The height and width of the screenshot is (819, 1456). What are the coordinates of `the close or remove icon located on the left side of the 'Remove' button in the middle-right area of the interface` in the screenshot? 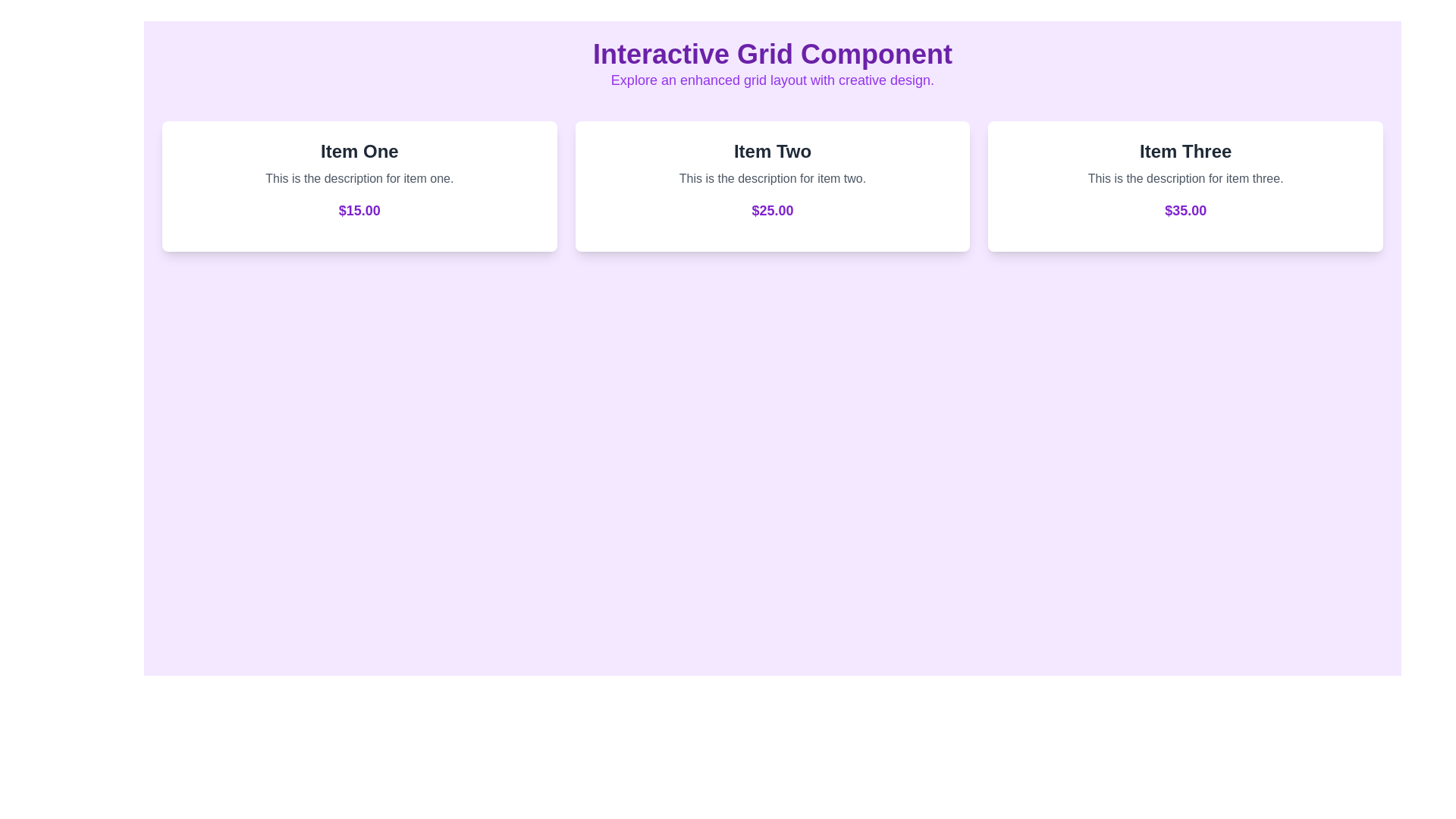 It's located at (1211, 186).